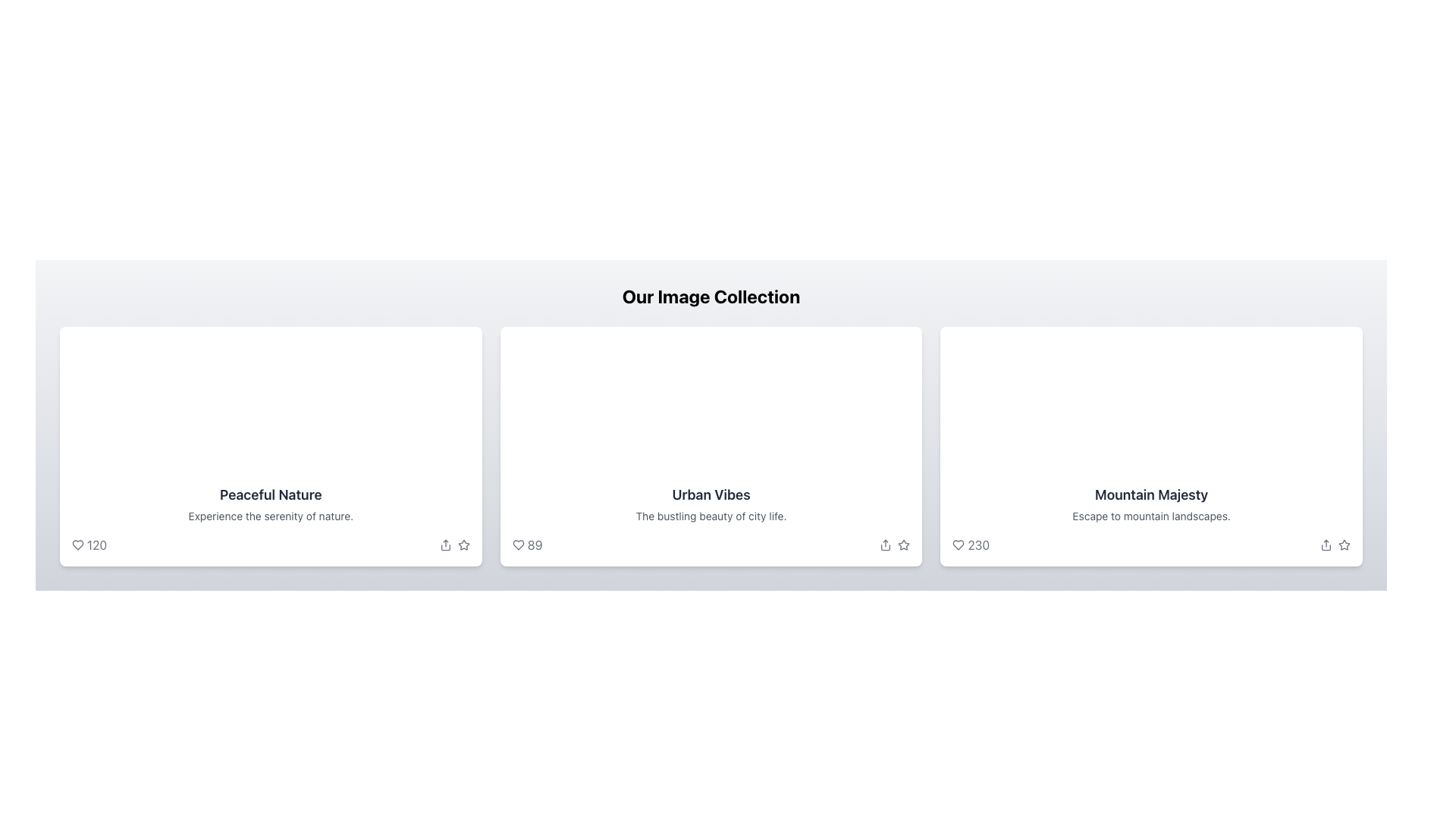 The width and height of the screenshot is (1456, 819). Describe the element at coordinates (1325, 544) in the screenshot. I see `the share icon located at the bottom right corner of the 'Mountain Majesty' image card` at that location.